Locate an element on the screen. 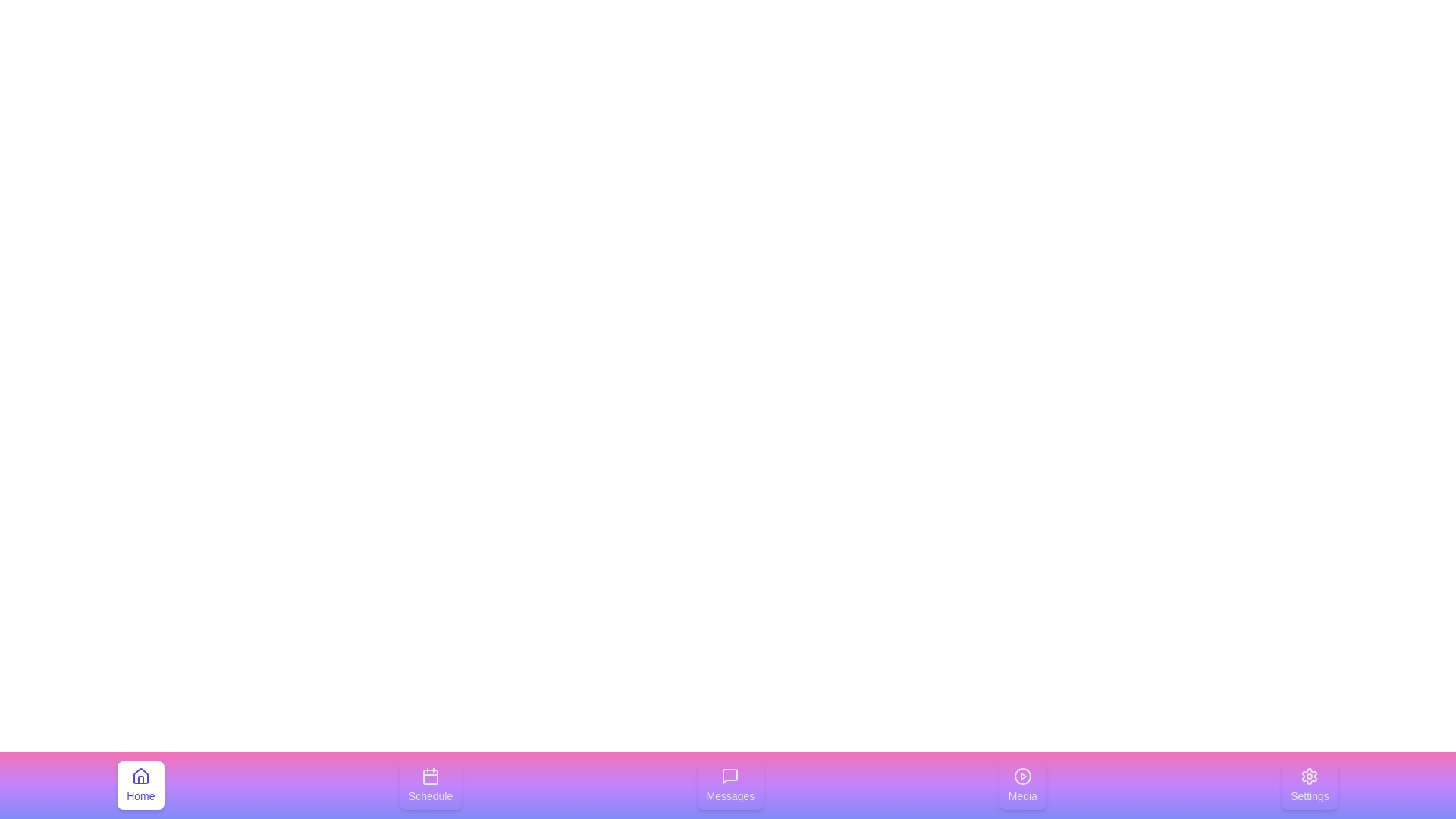 The height and width of the screenshot is (819, 1456). the Messages tab to observe the animation is located at coordinates (730, 785).